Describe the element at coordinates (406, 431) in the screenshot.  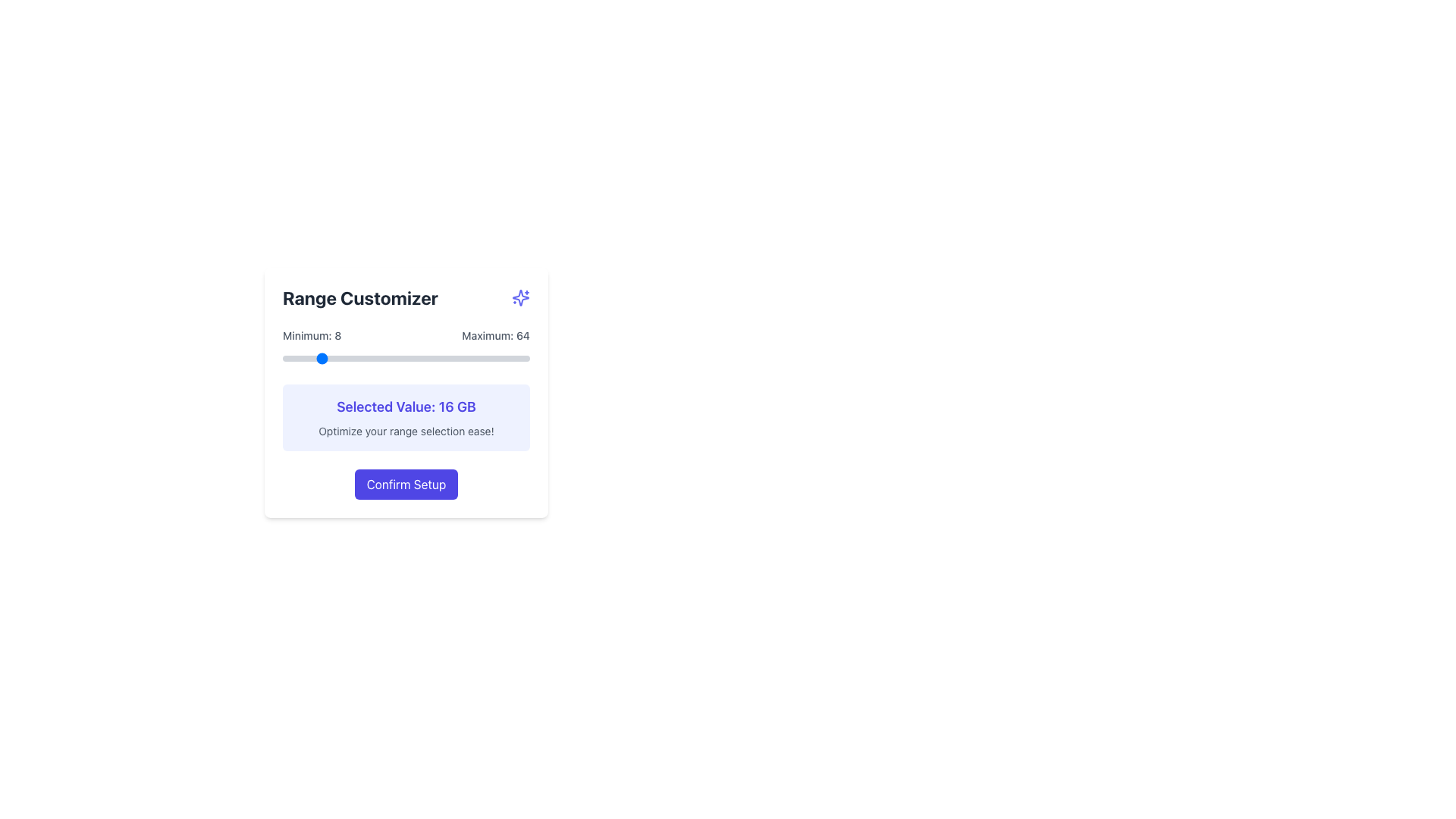
I see `the text element displaying 'Optimize your range selection ease!' which is a small, gray font located centrally below the 'Selected Value: 16 GB' text in a light indigo background` at that location.